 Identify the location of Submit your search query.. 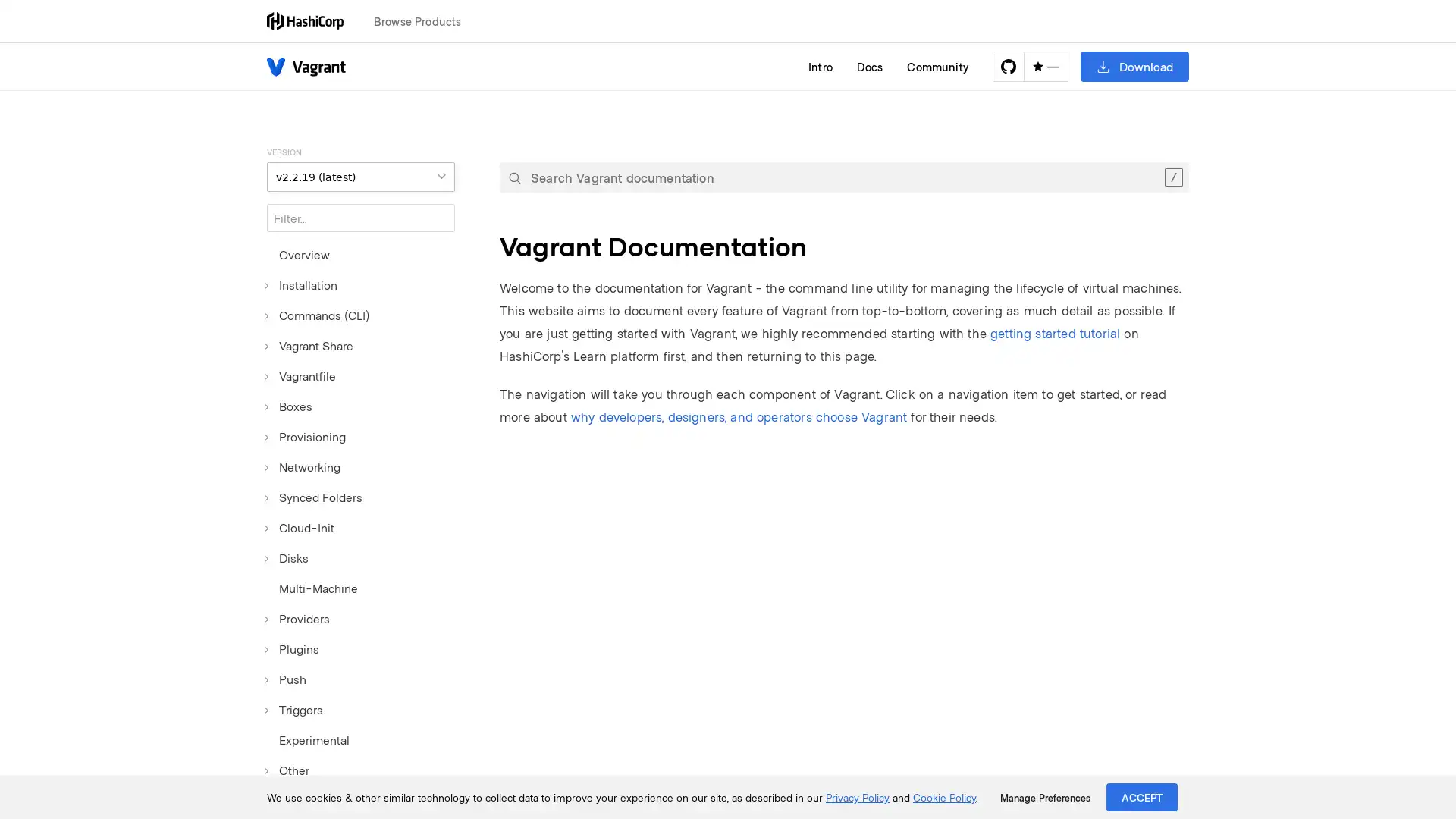
(514, 177).